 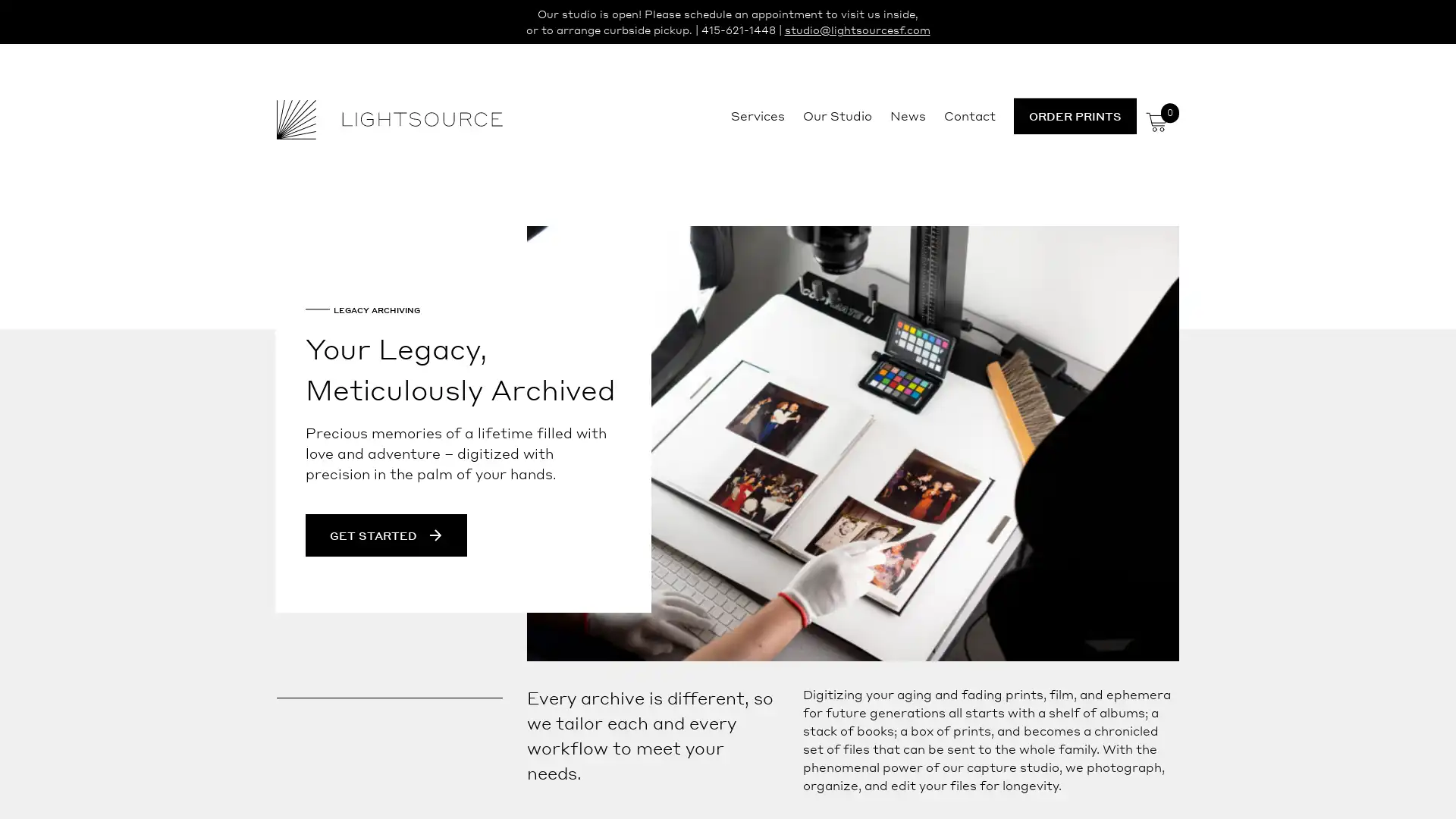 I want to click on Sign up, so click(x=870, y=528).